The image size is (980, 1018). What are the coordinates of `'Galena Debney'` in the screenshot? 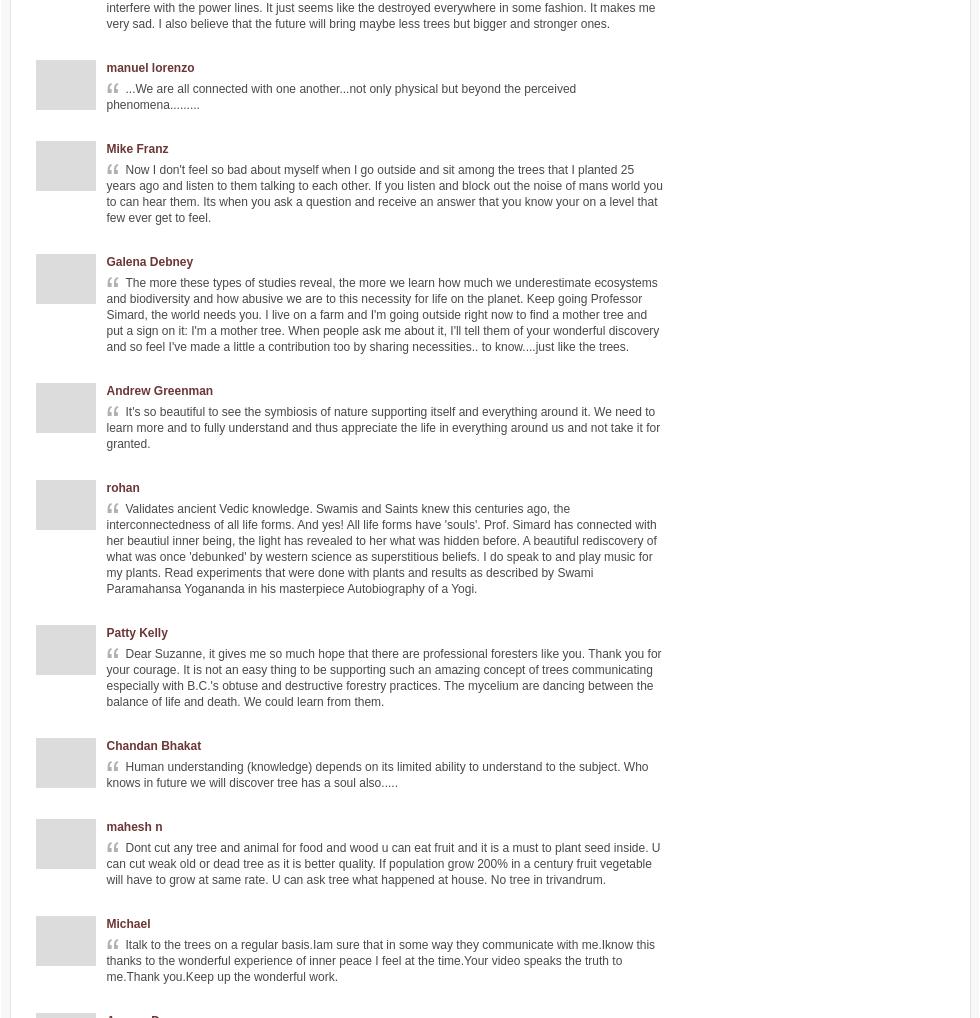 It's located at (106, 262).